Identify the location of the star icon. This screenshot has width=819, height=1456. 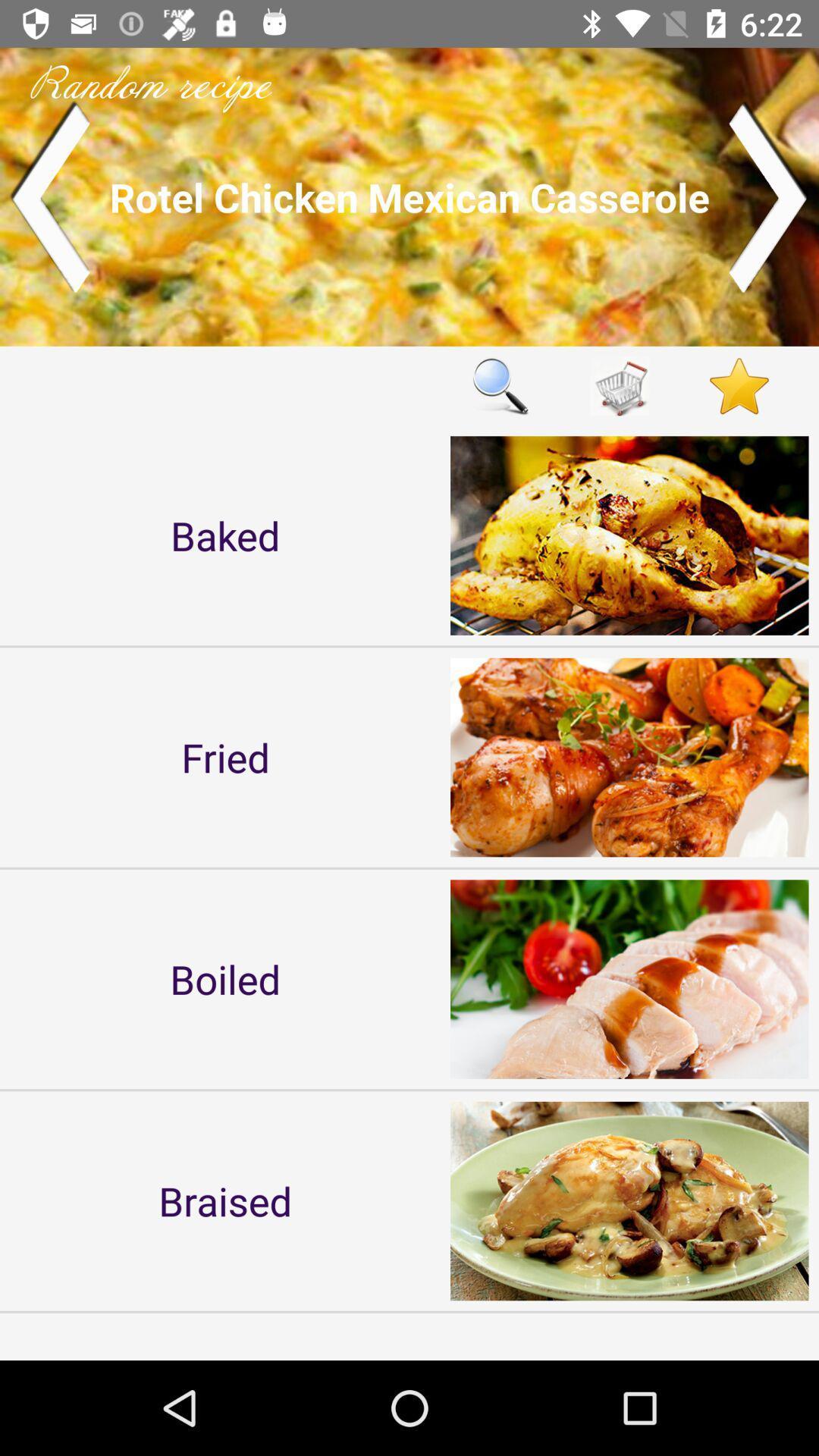
(739, 386).